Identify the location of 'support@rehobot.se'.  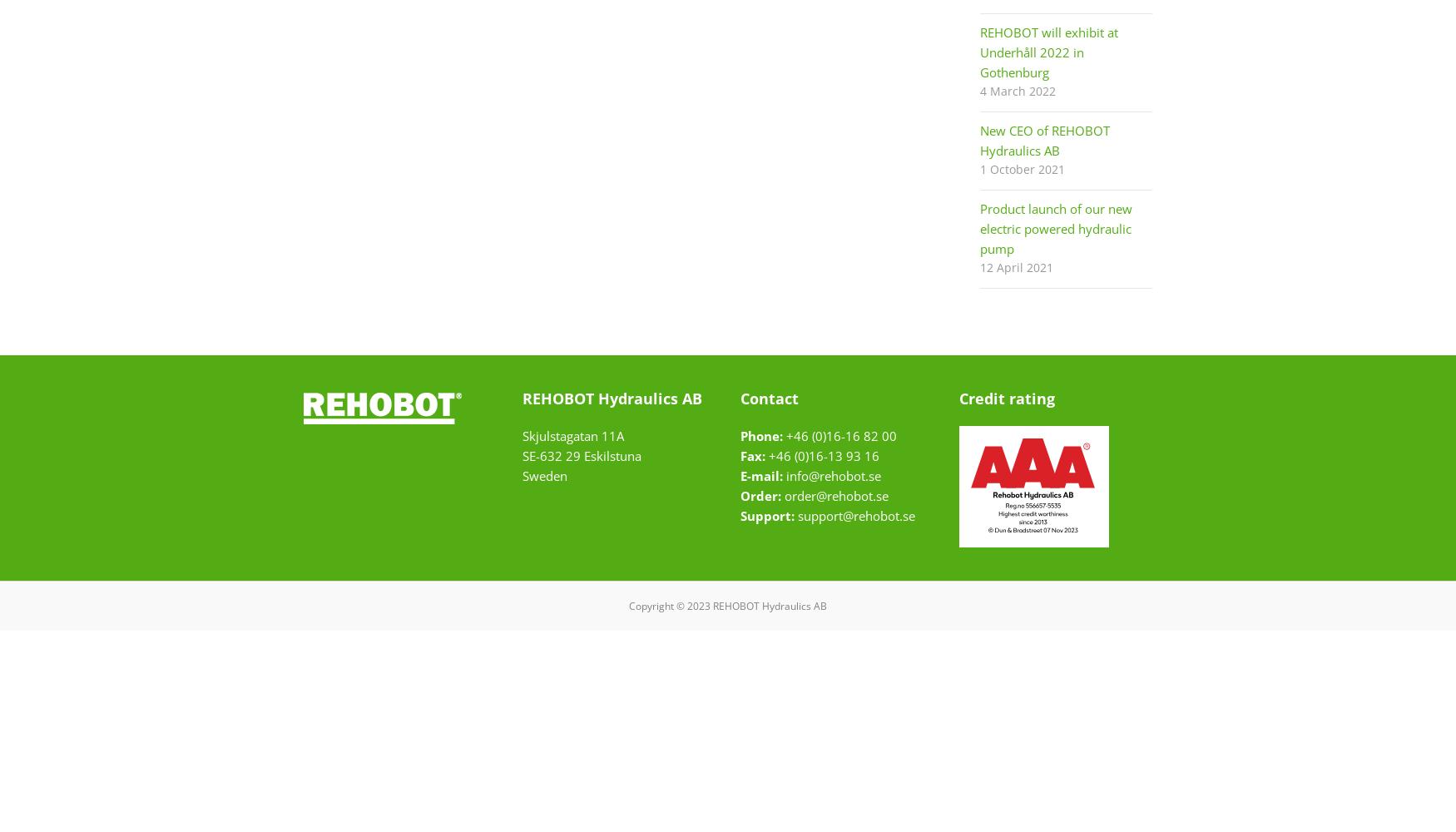
(855, 515).